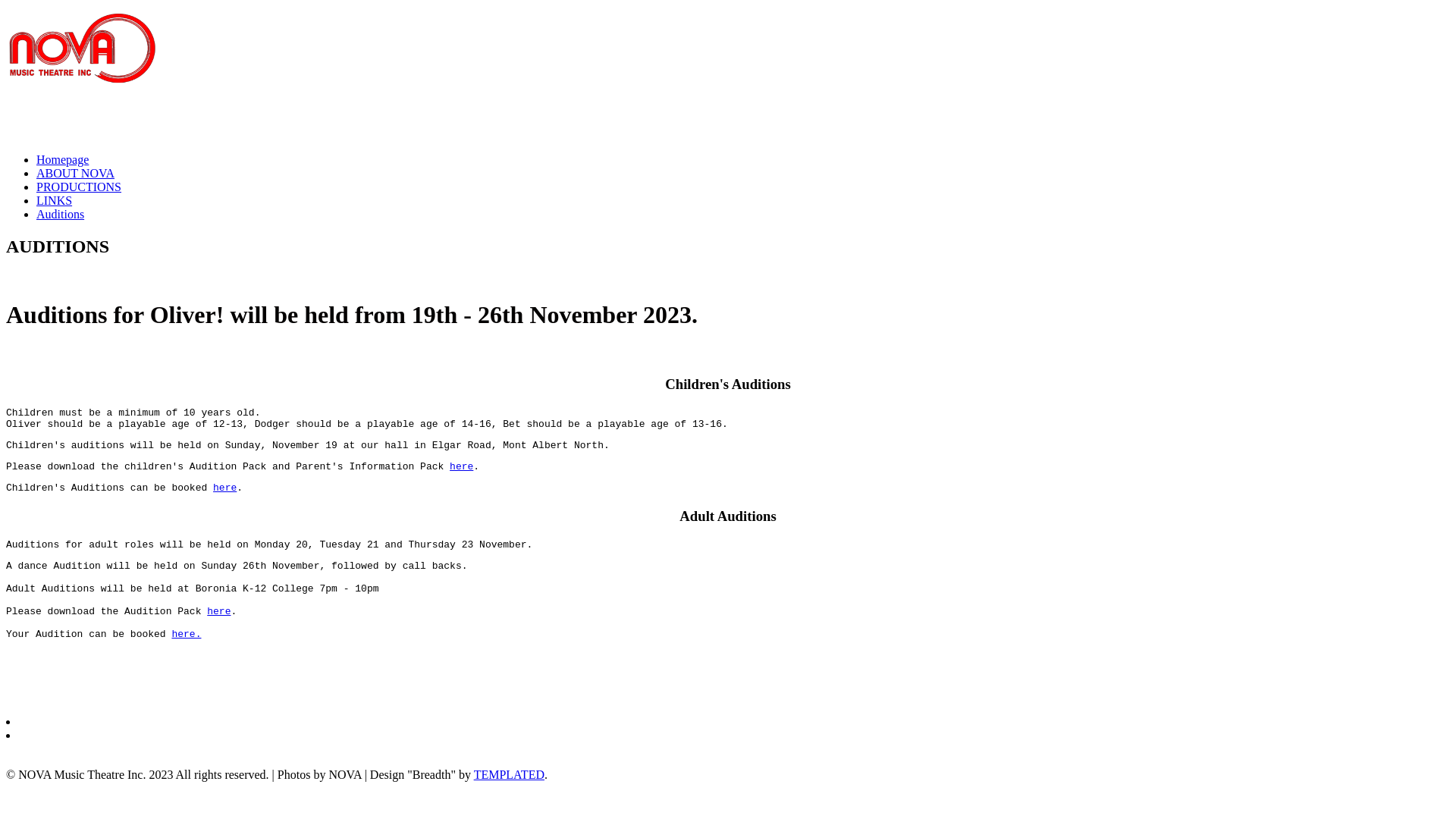  What do you see at coordinates (60, 214) in the screenshot?
I see `'Auditions'` at bounding box center [60, 214].